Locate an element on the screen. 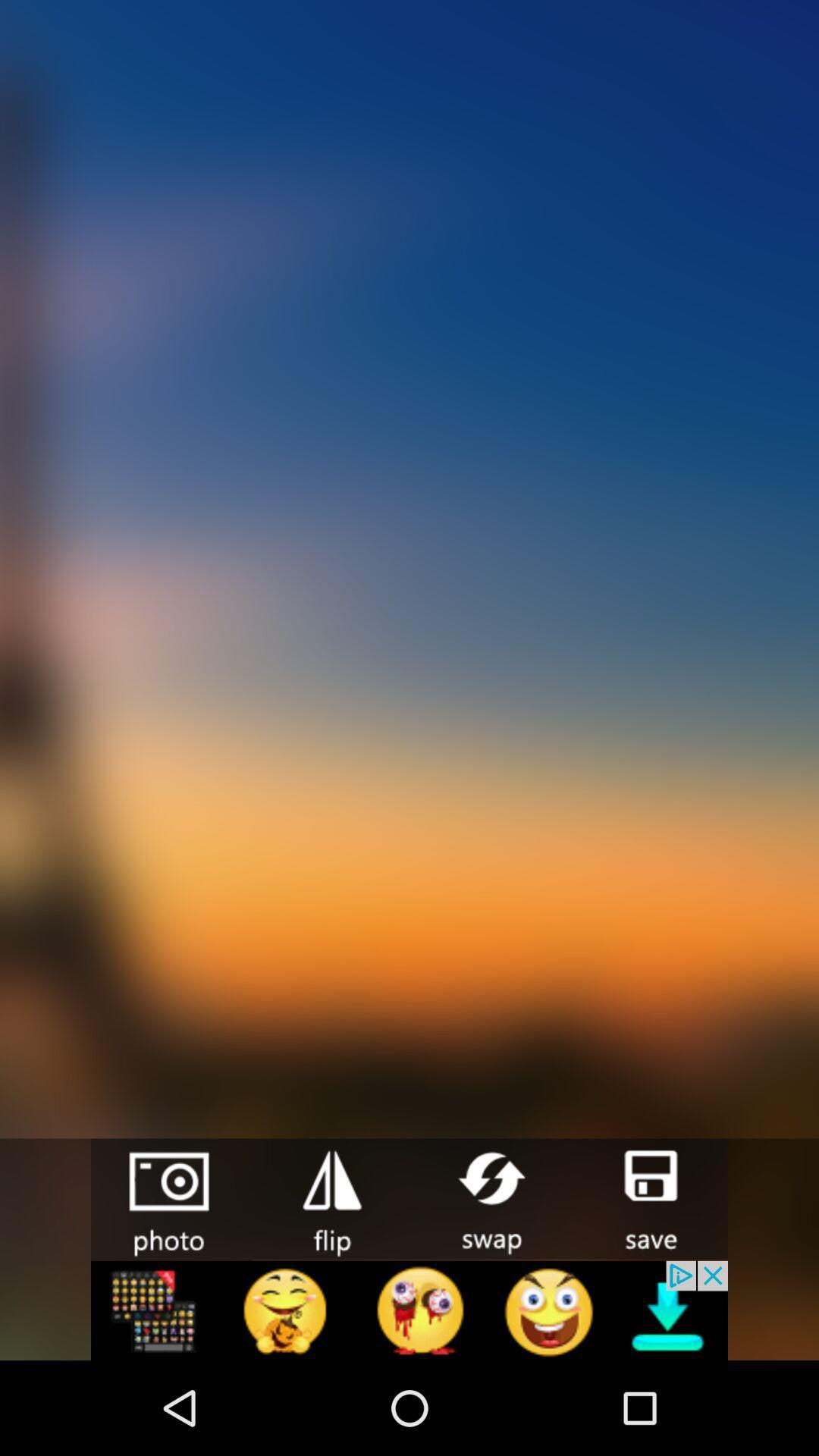  flip button is located at coordinates (329, 1197).